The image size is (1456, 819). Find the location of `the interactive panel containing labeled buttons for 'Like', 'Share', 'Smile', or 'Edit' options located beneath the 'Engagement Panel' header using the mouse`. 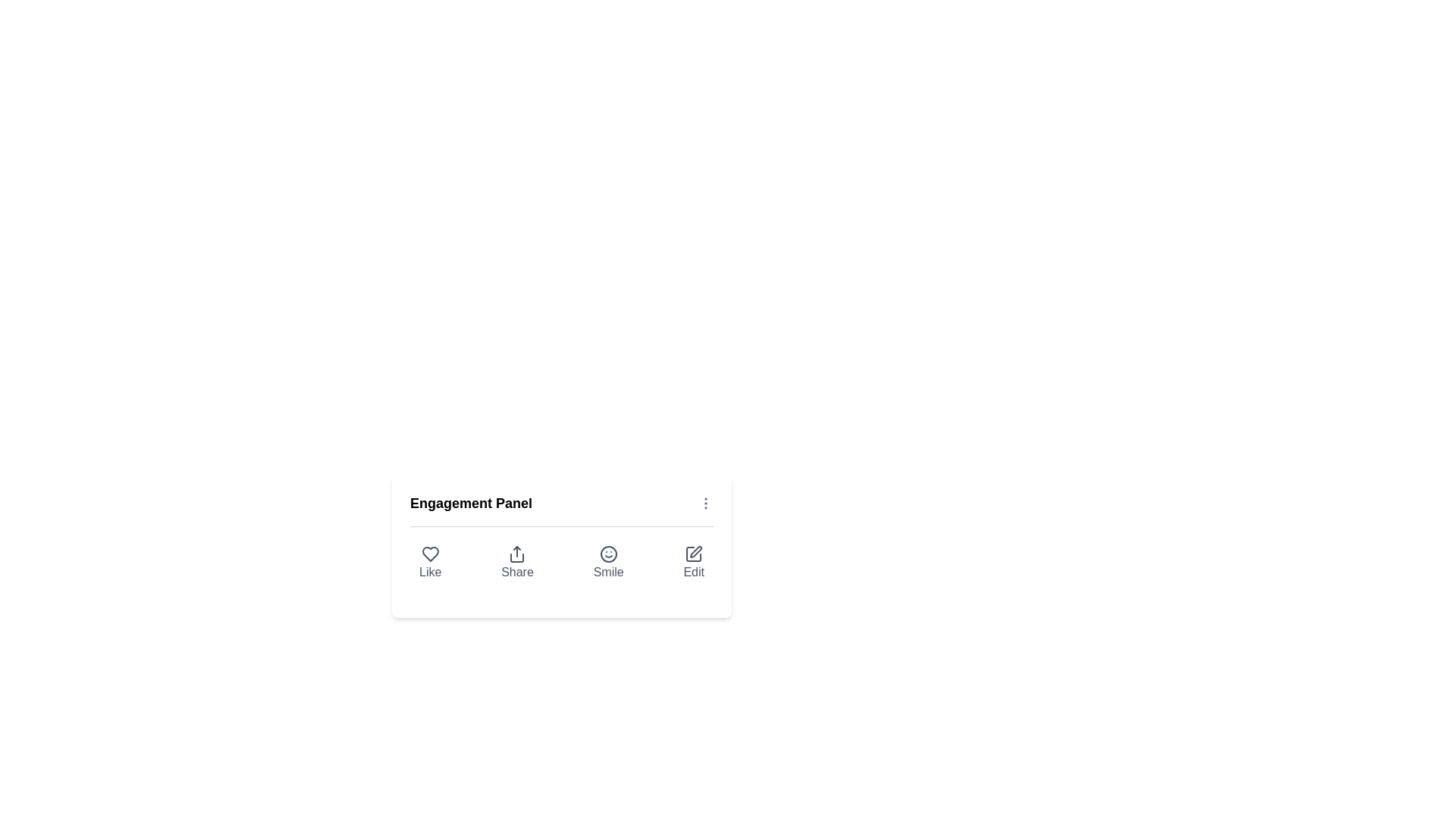

the interactive panel containing labeled buttons for 'Like', 'Share', 'Smile', or 'Edit' options located beneath the 'Engagement Panel' header using the mouse is located at coordinates (560, 546).